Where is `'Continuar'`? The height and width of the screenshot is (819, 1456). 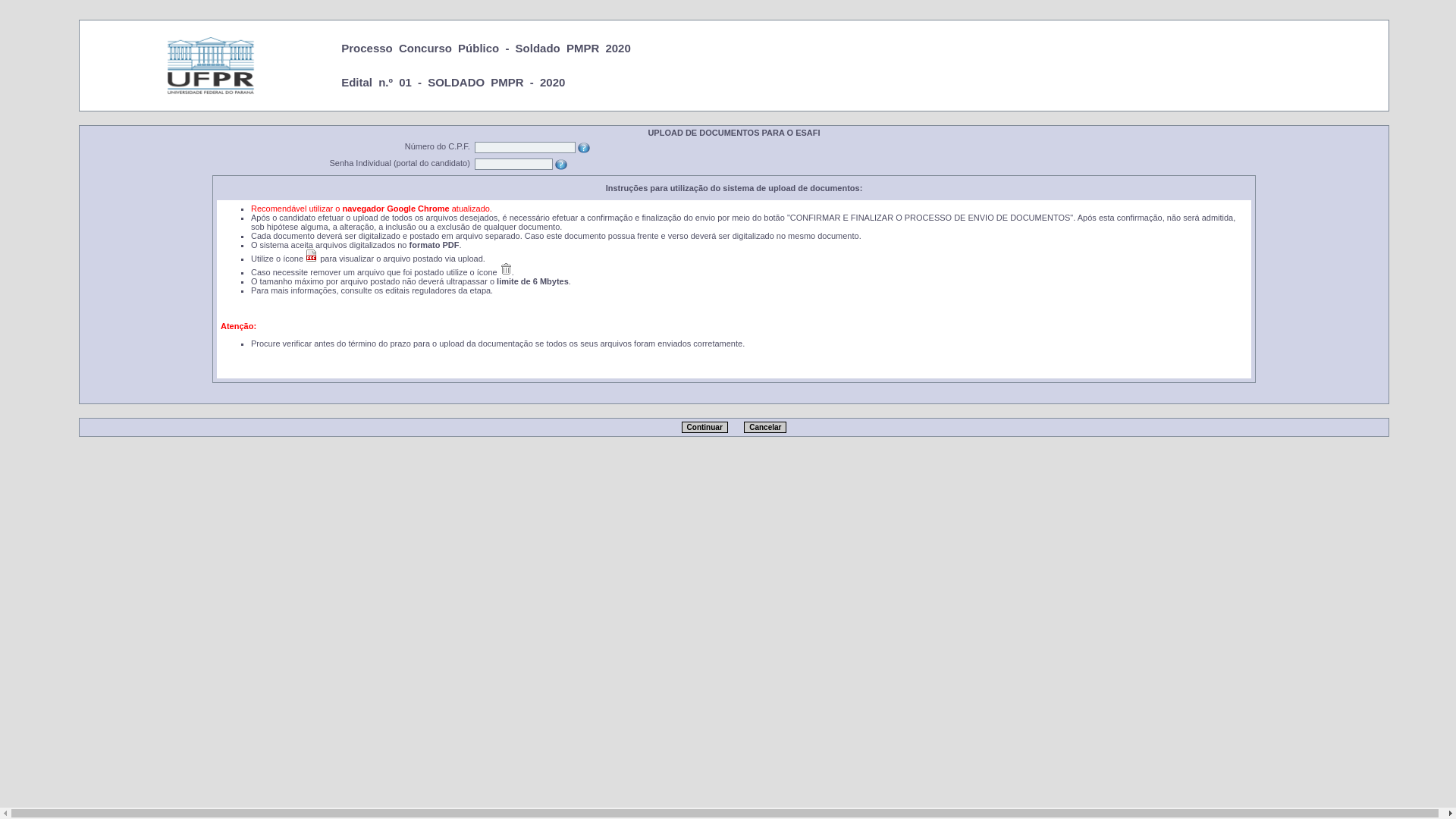 'Continuar' is located at coordinates (704, 427).